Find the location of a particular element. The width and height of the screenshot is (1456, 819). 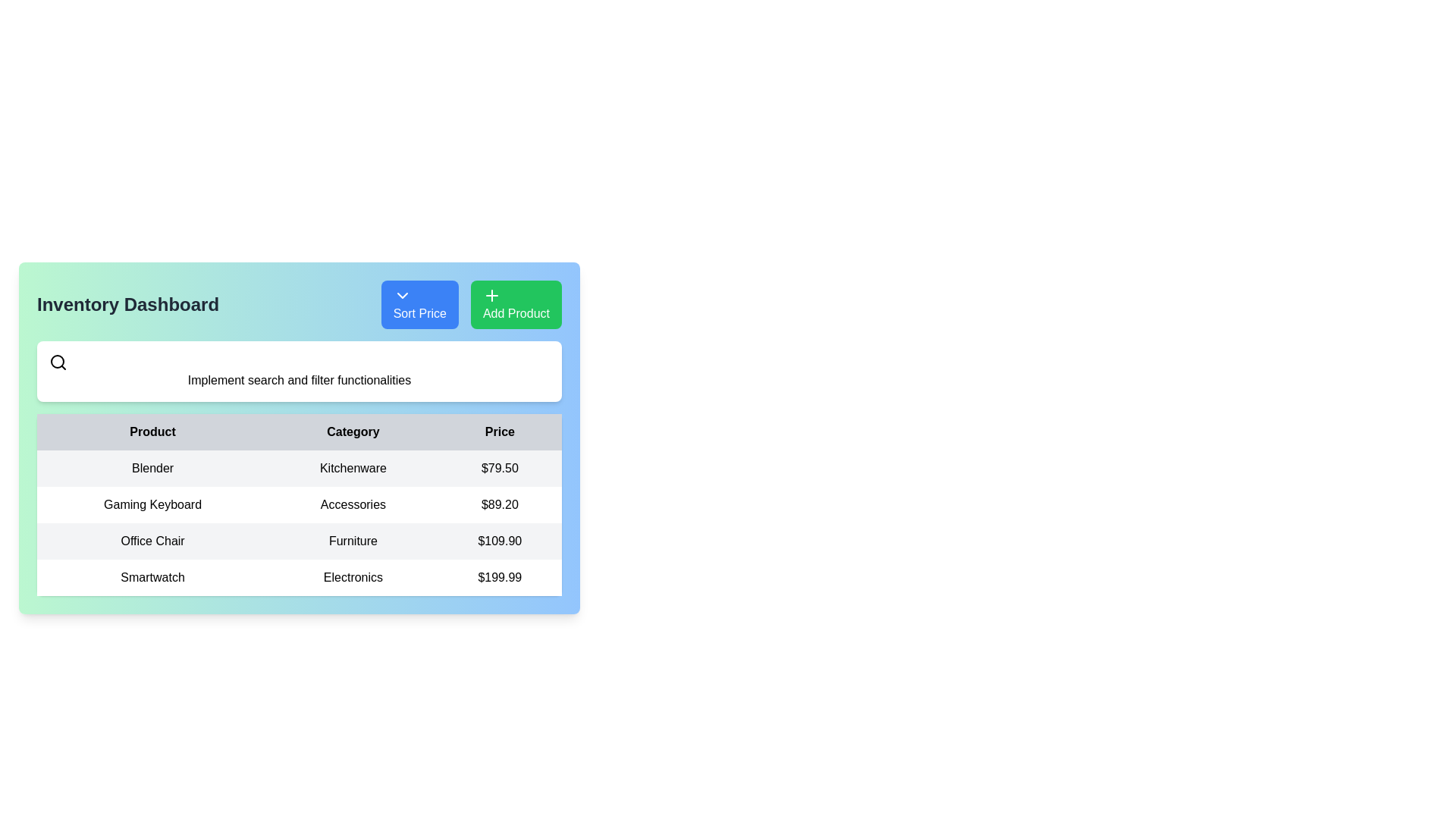

the circular sub-component of the search icon located at the top left of the application interface by clicking on it is located at coordinates (58, 362).